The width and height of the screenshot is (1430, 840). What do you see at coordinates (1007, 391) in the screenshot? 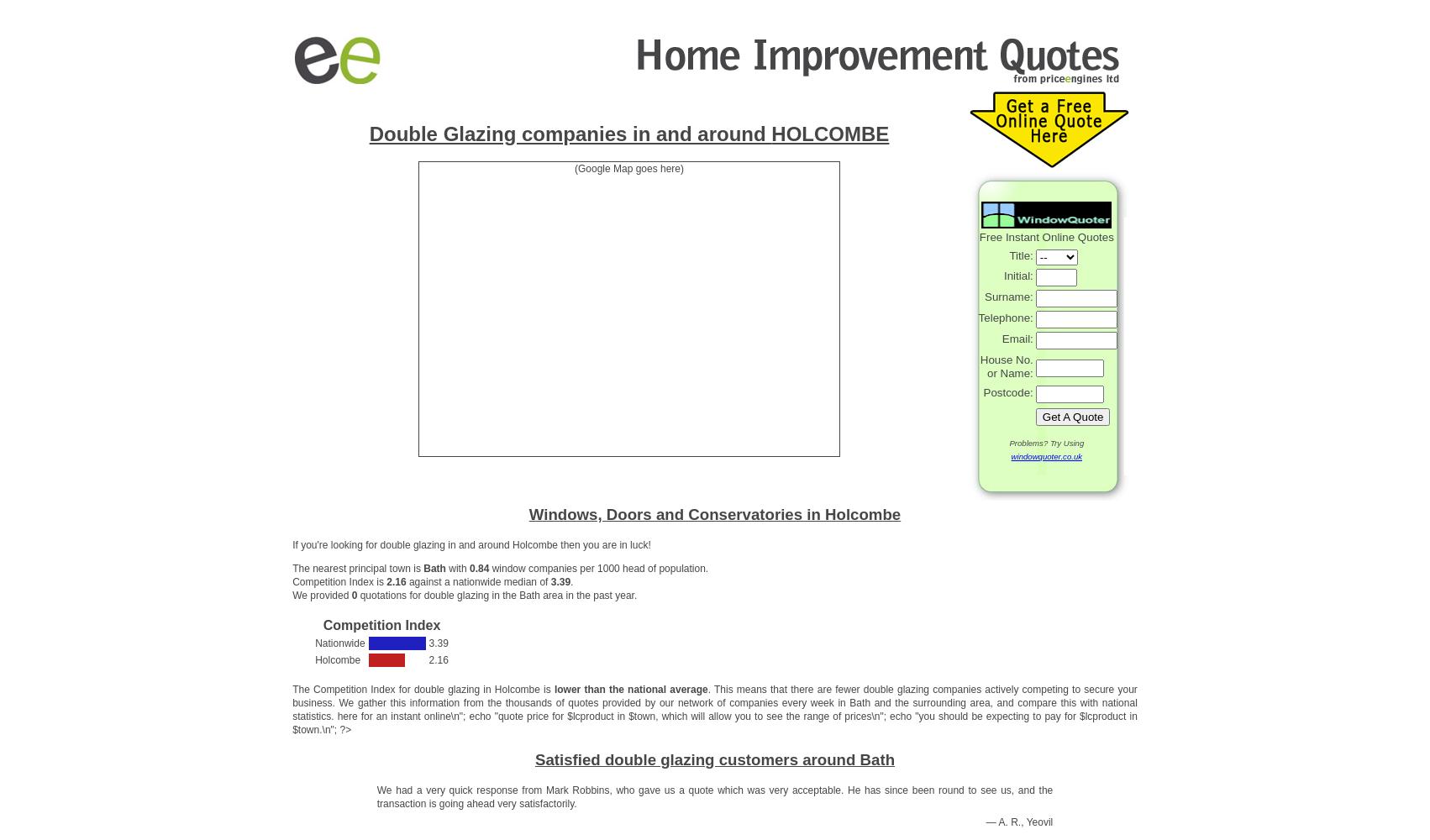
I see `'Postcode:'` at bounding box center [1007, 391].